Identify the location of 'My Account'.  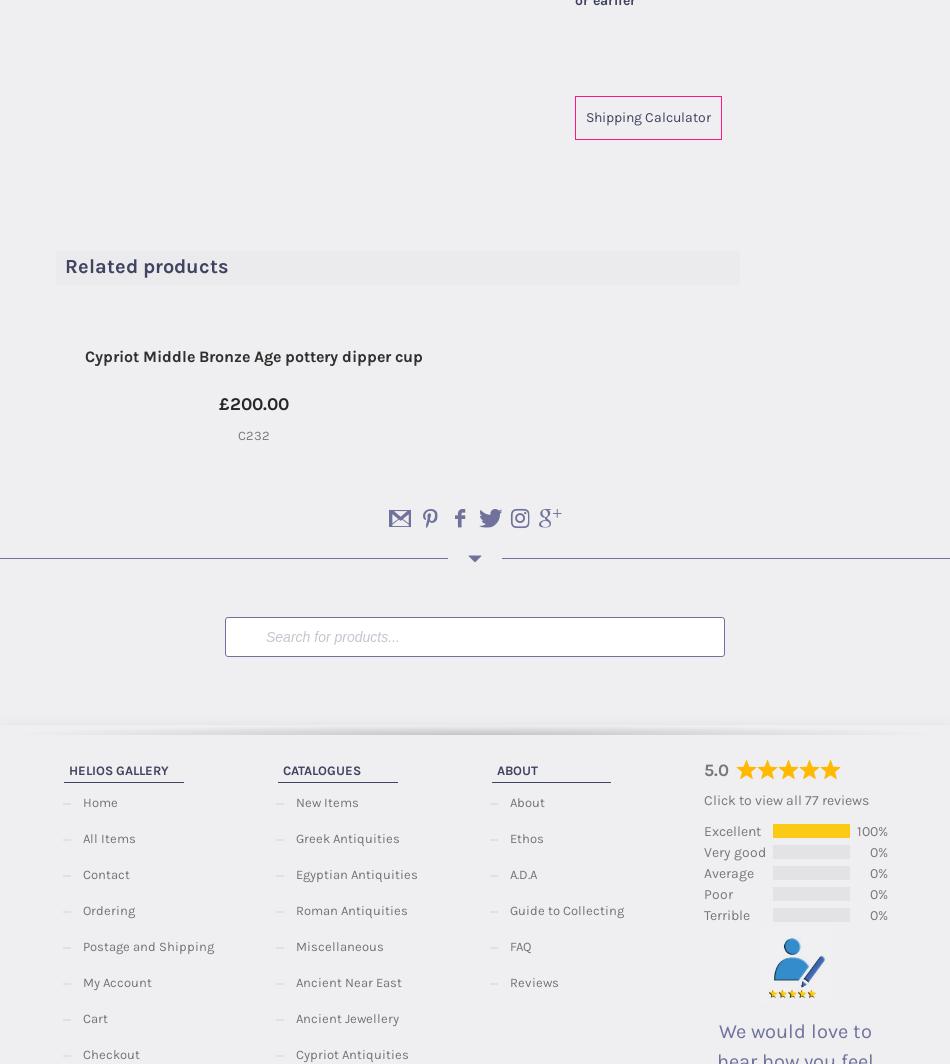
(81, 981).